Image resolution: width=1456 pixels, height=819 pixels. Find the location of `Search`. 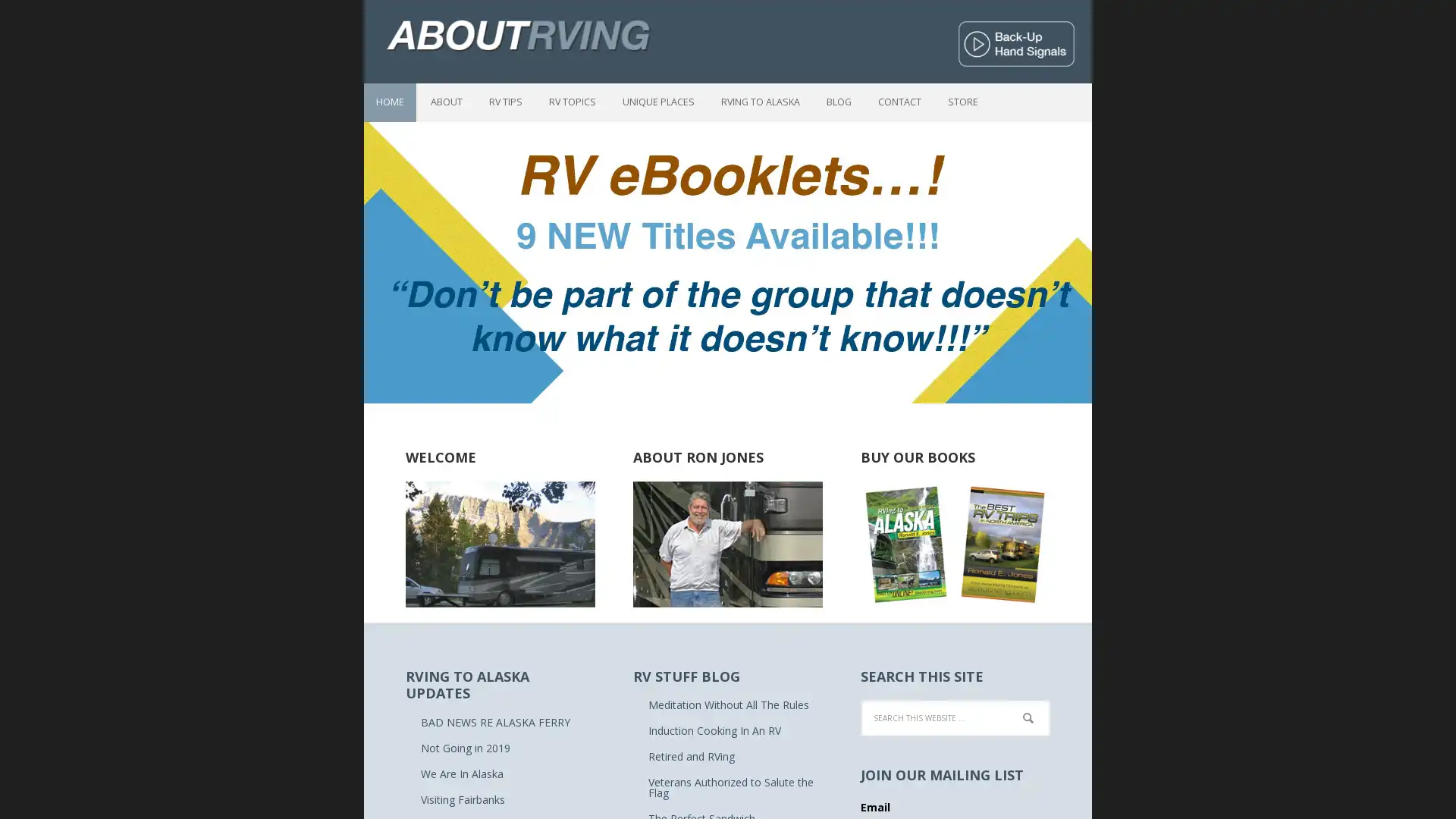

Search is located at coordinates (1048, 714).